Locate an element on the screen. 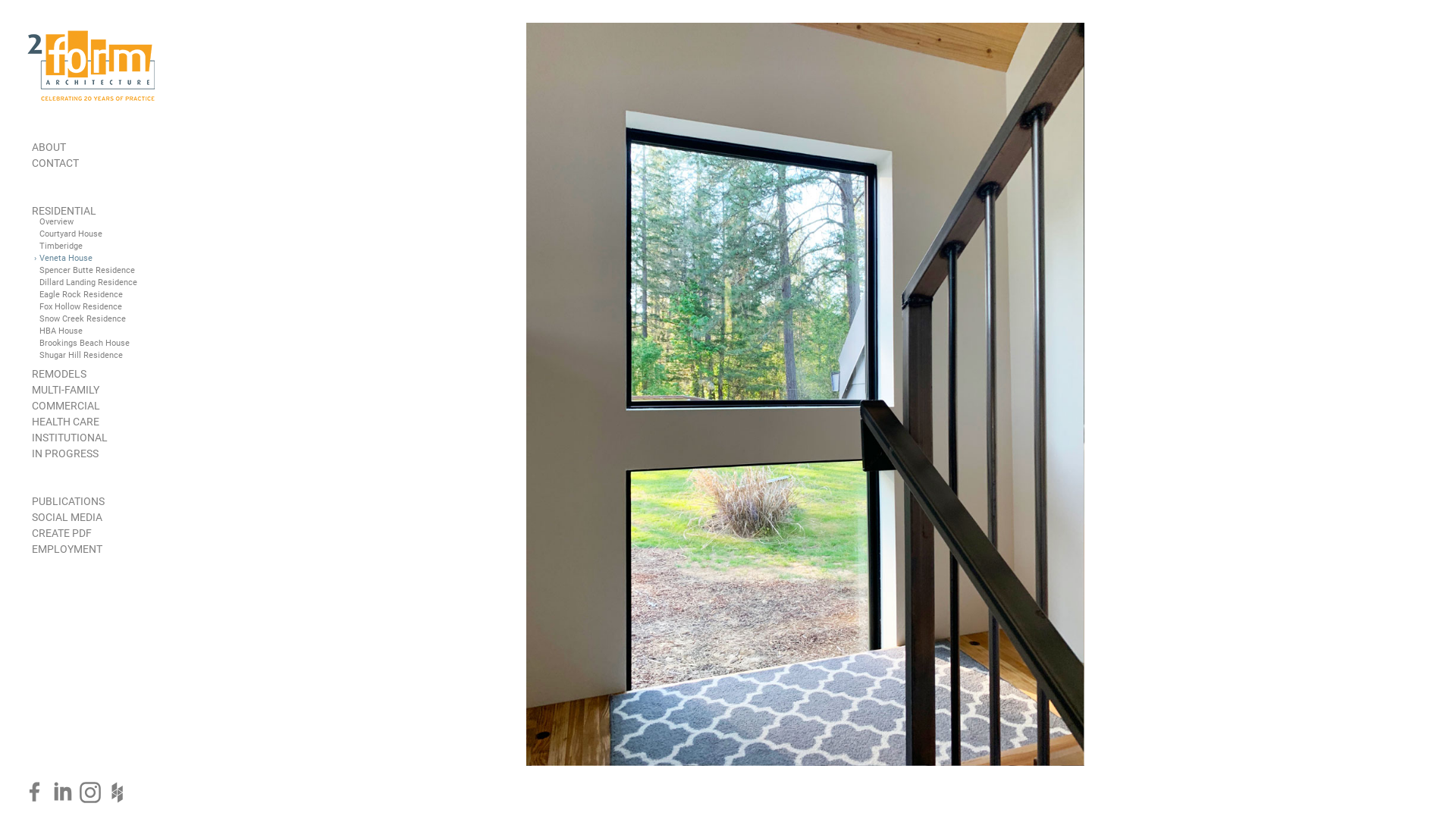 The height and width of the screenshot is (819, 1456). 'CREATE PDF' is located at coordinates (61, 532).